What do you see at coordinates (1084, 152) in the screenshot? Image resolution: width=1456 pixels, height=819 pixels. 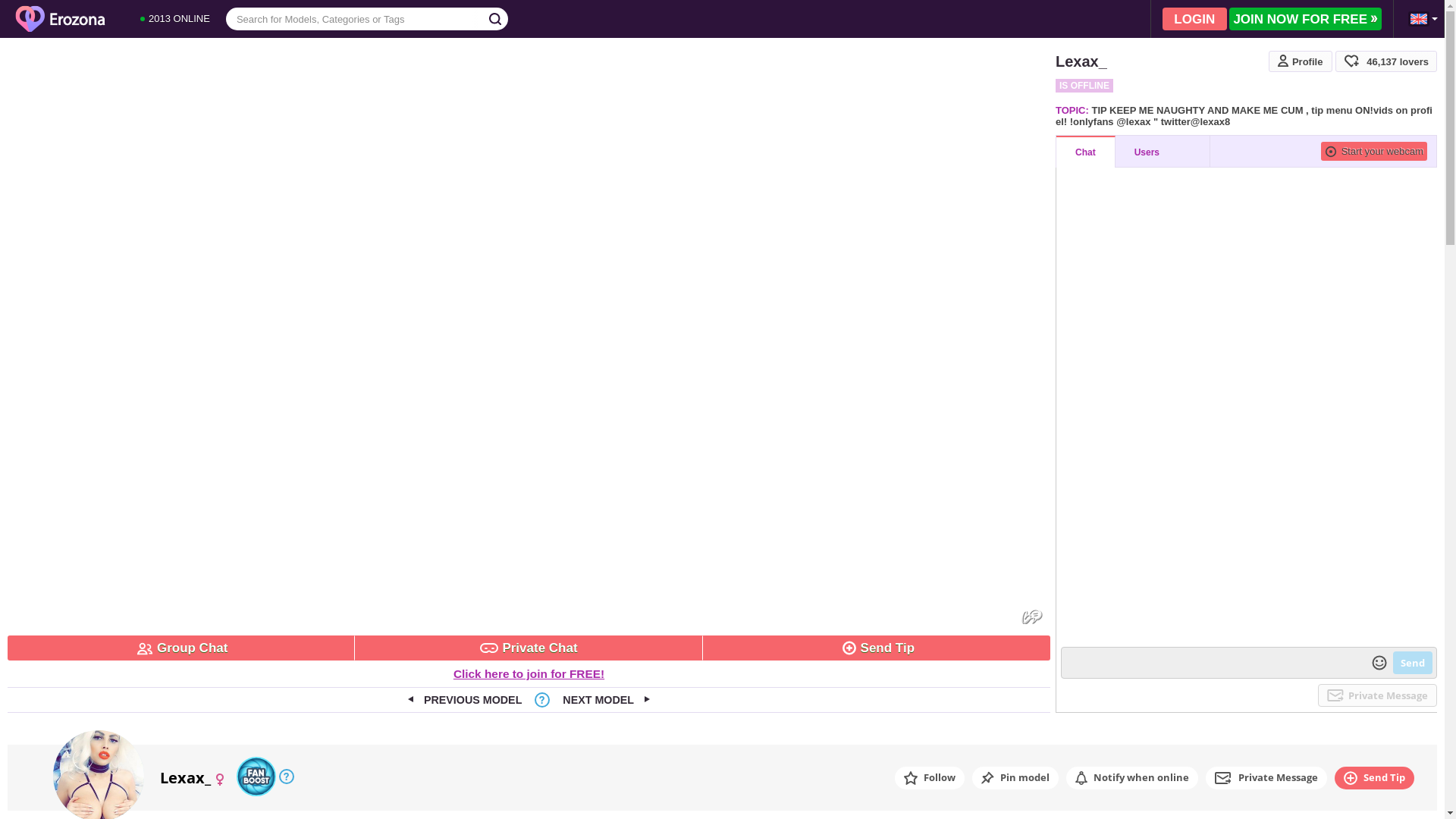 I see `'Chat'` at bounding box center [1084, 152].